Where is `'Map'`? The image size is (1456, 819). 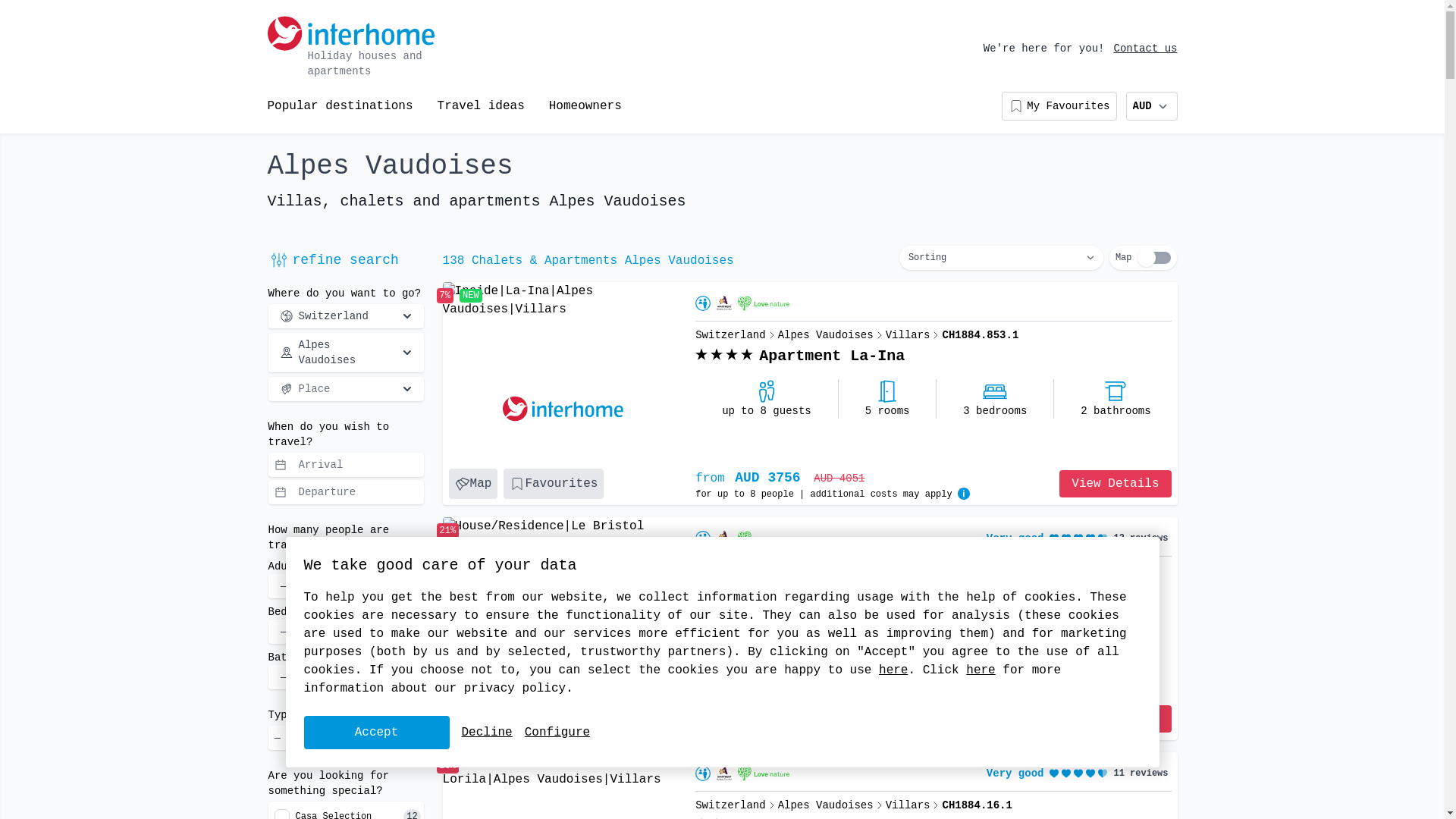
'Map' is located at coordinates (472, 483).